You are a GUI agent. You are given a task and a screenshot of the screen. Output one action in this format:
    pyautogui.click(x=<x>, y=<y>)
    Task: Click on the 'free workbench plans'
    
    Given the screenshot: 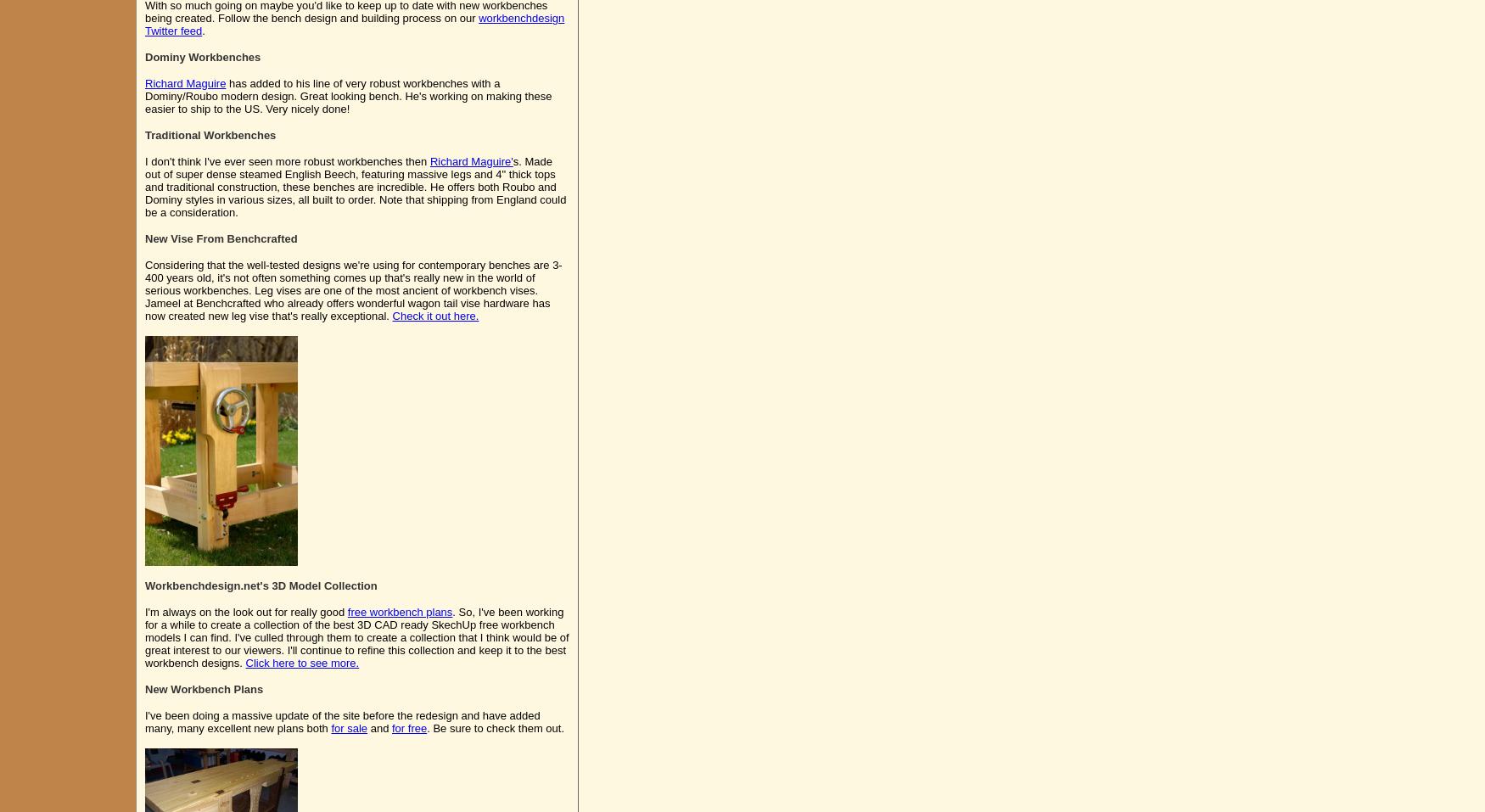 What is the action you would take?
    pyautogui.click(x=399, y=612)
    